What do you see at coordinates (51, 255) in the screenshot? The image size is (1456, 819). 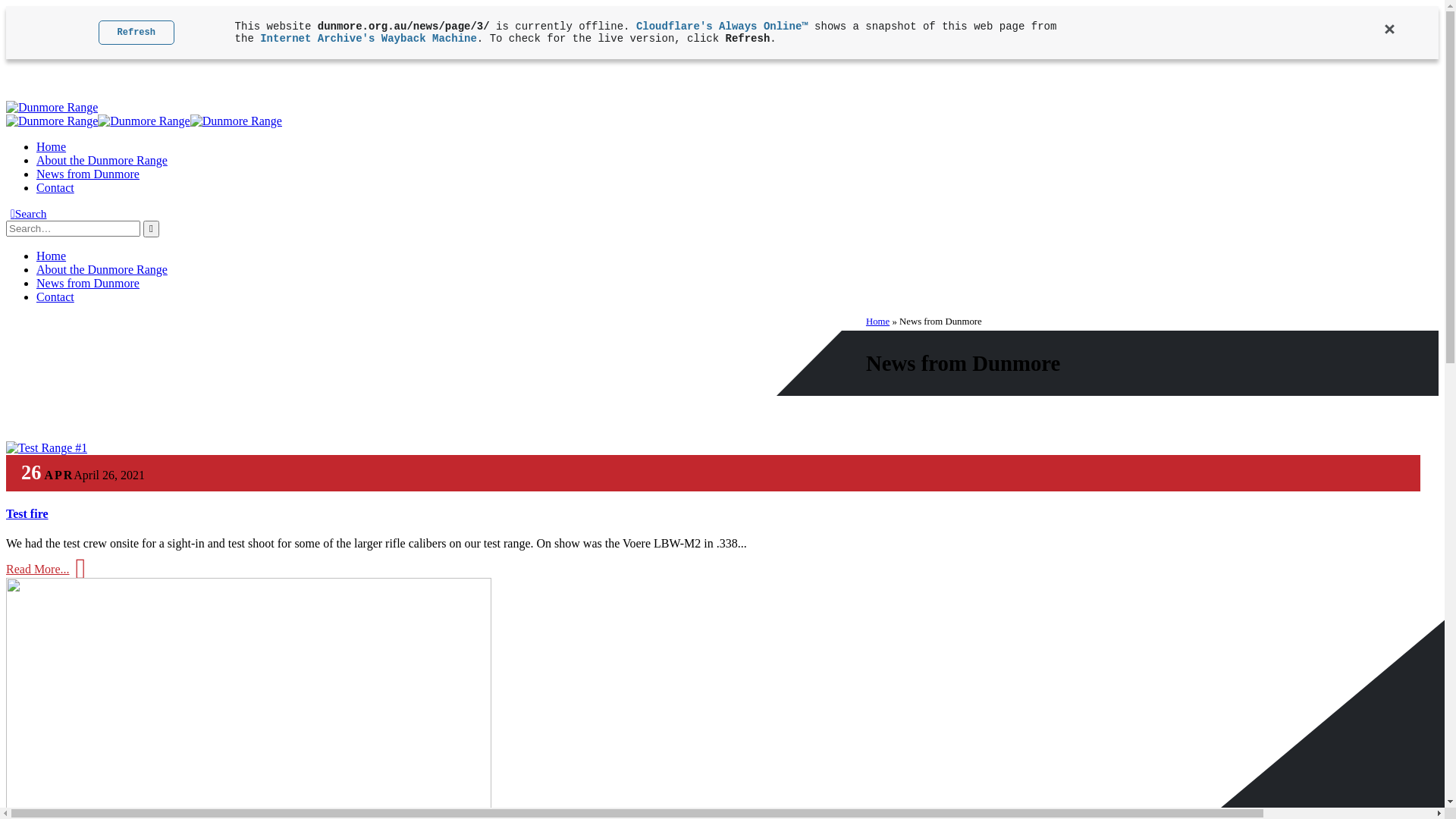 I see `'Home'` at bounding box center [51, 255].